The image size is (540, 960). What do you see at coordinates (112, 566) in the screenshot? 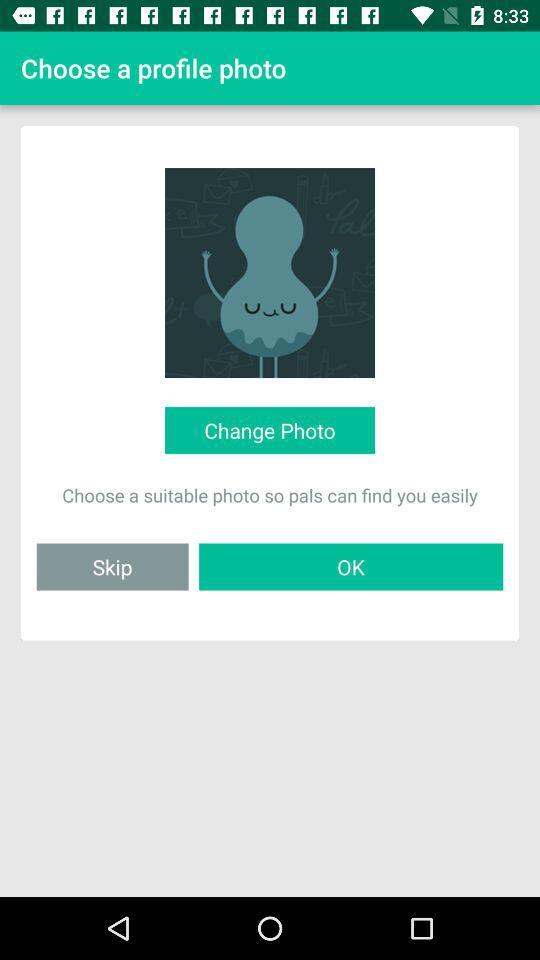
I see `the icon to the left of ok item` at bounding box center [112, 566].